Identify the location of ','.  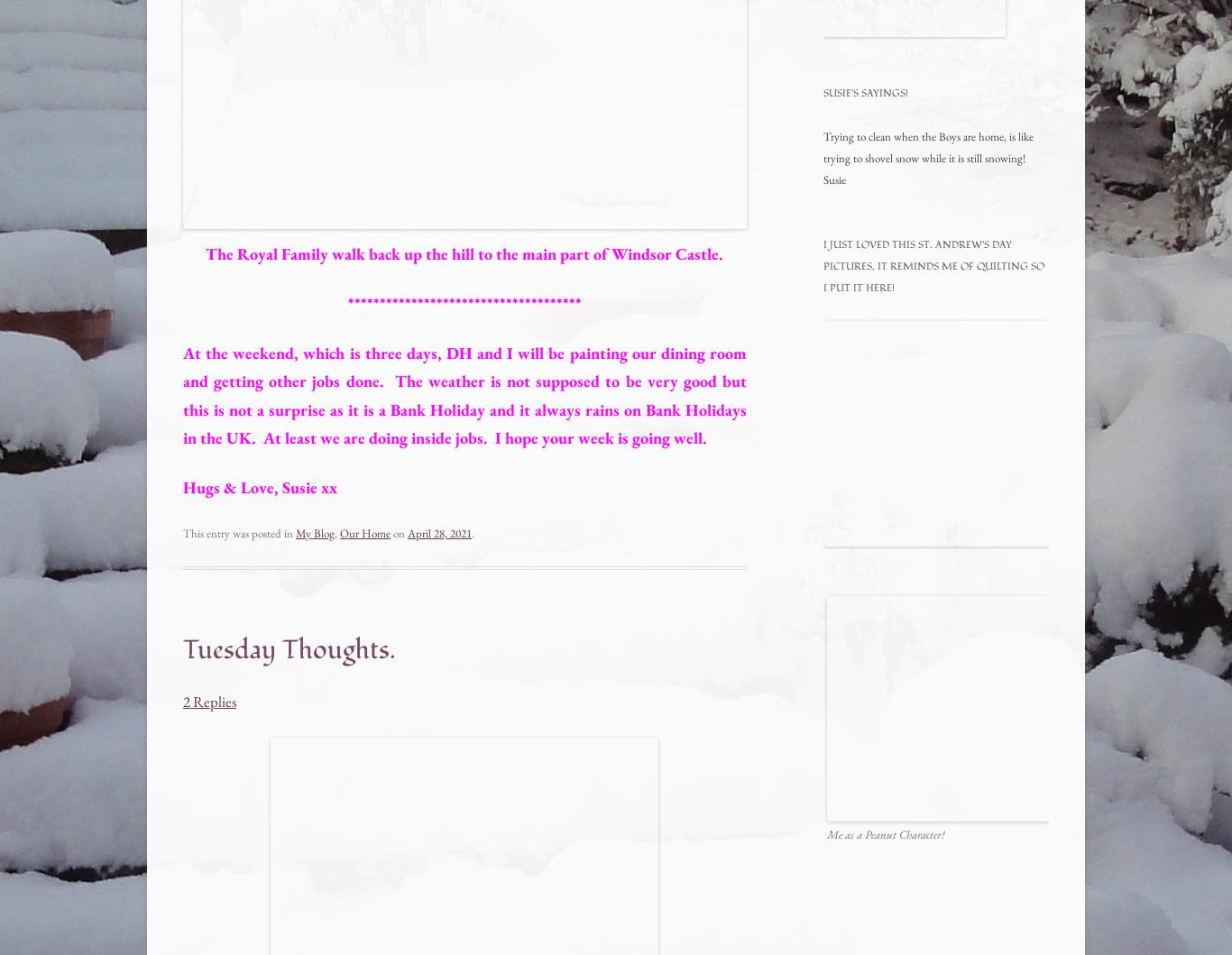
(336, 532).